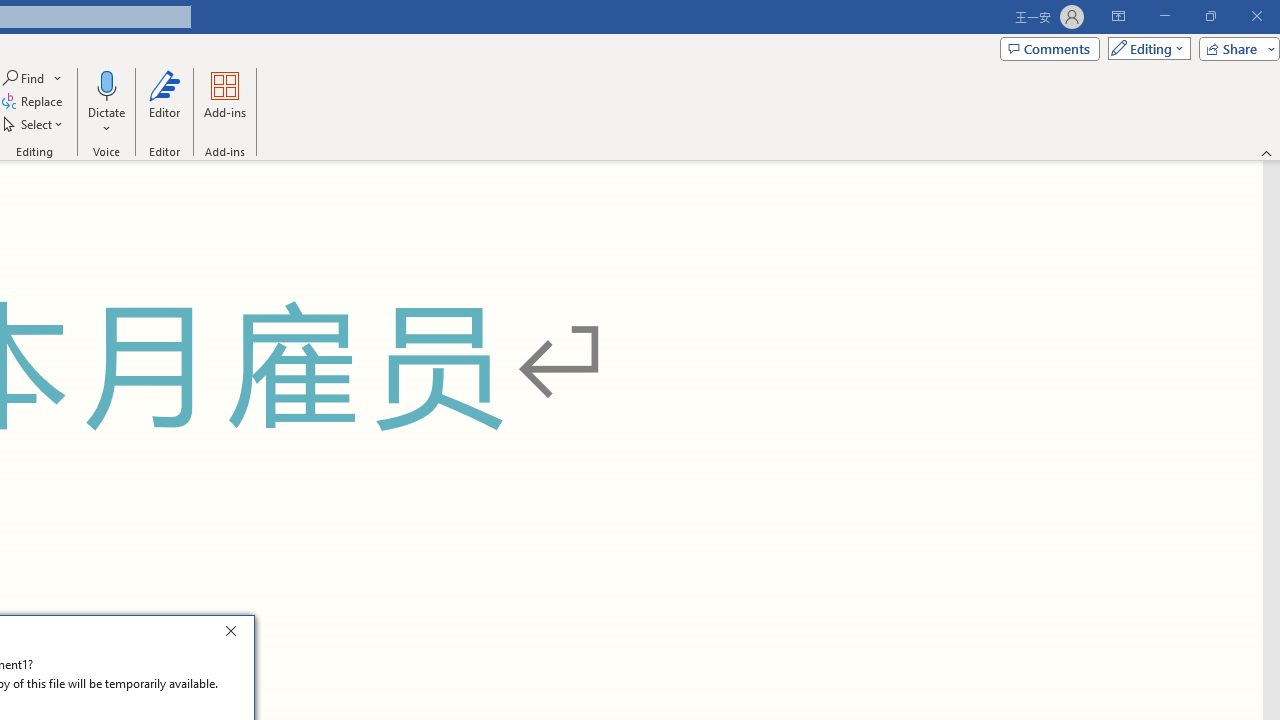 Image resolution: width=1280 pixels, height=720 pixels. What do you see at coordinates (1266, 152) in the screenshot?
I see `'Collapse the Ribbon'` at bounding box center [1266, 152].